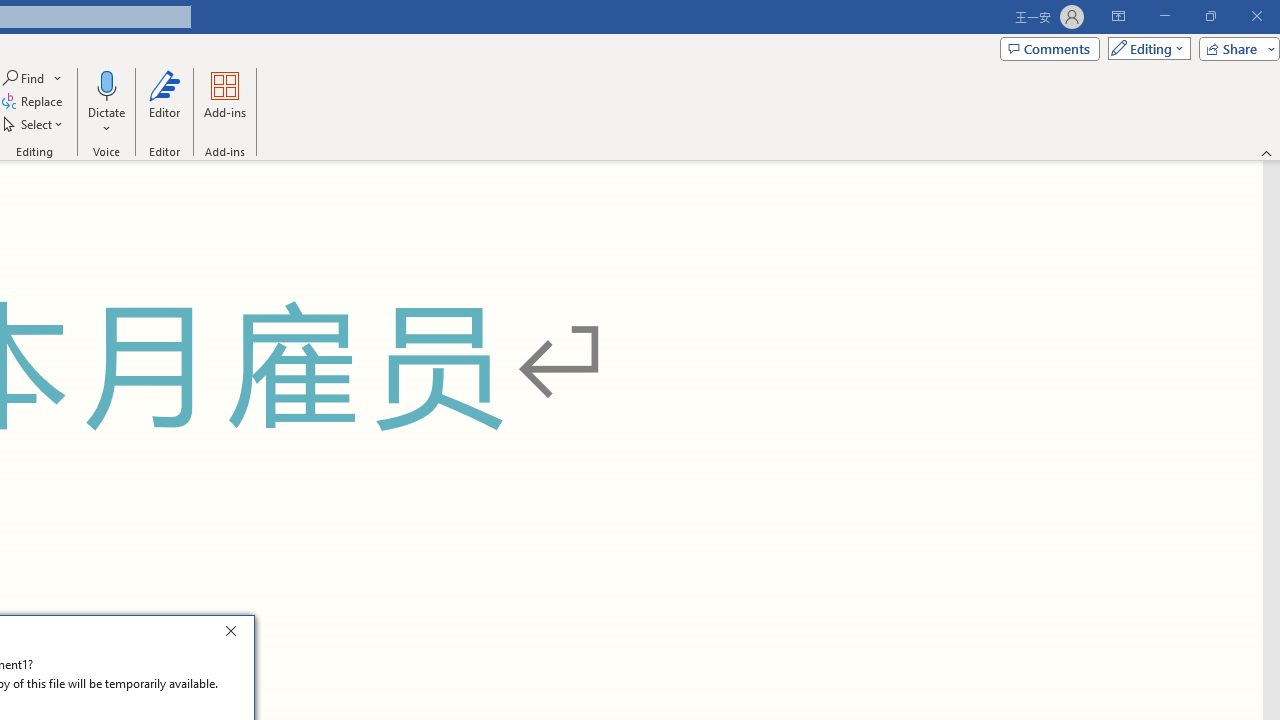 Image resolution: width=1280 pixels, height=720 pixels. What do you see at coordinates (1266, 152) in the screenshot?
I see `'Collapse the Ribbon'` at bounding box center [1266, 152].